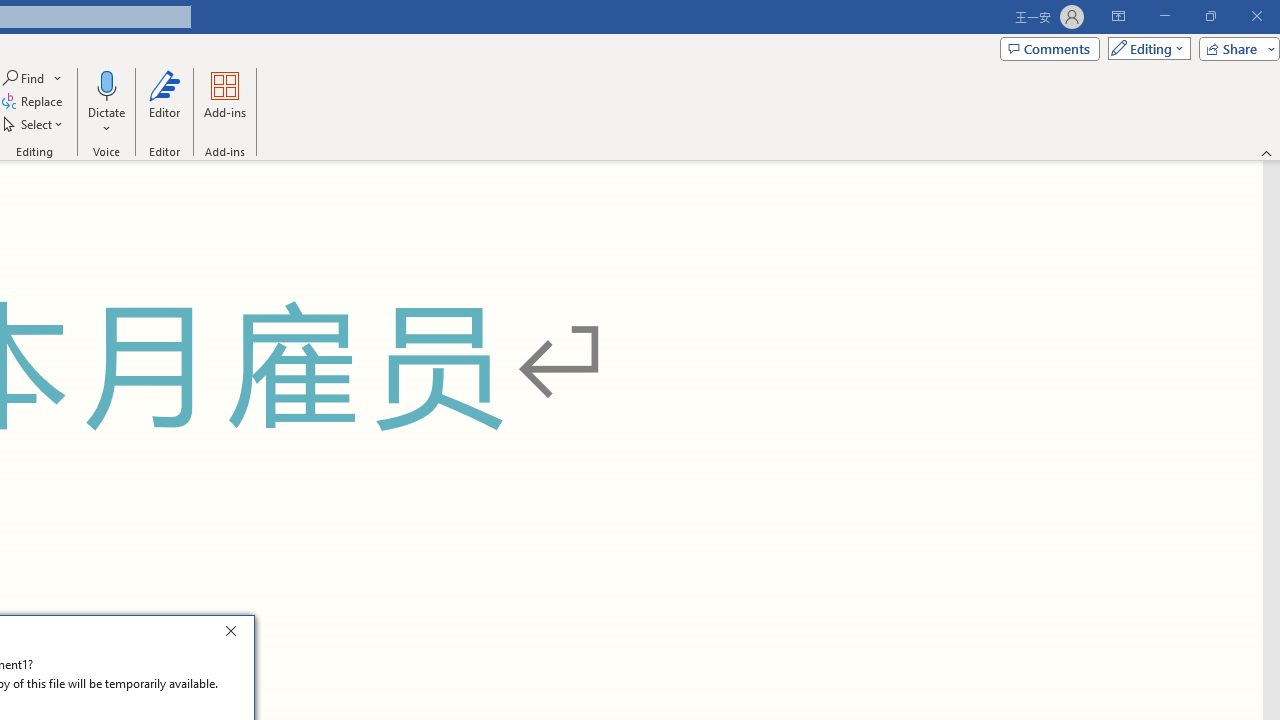 Image resolution: width=1280 pixels, height=720 pixels. What do you see at coordinates (1266, 152) in the screenshot?
I see `'Collapse the Ribbon'` at bounding box center [1266, 152].